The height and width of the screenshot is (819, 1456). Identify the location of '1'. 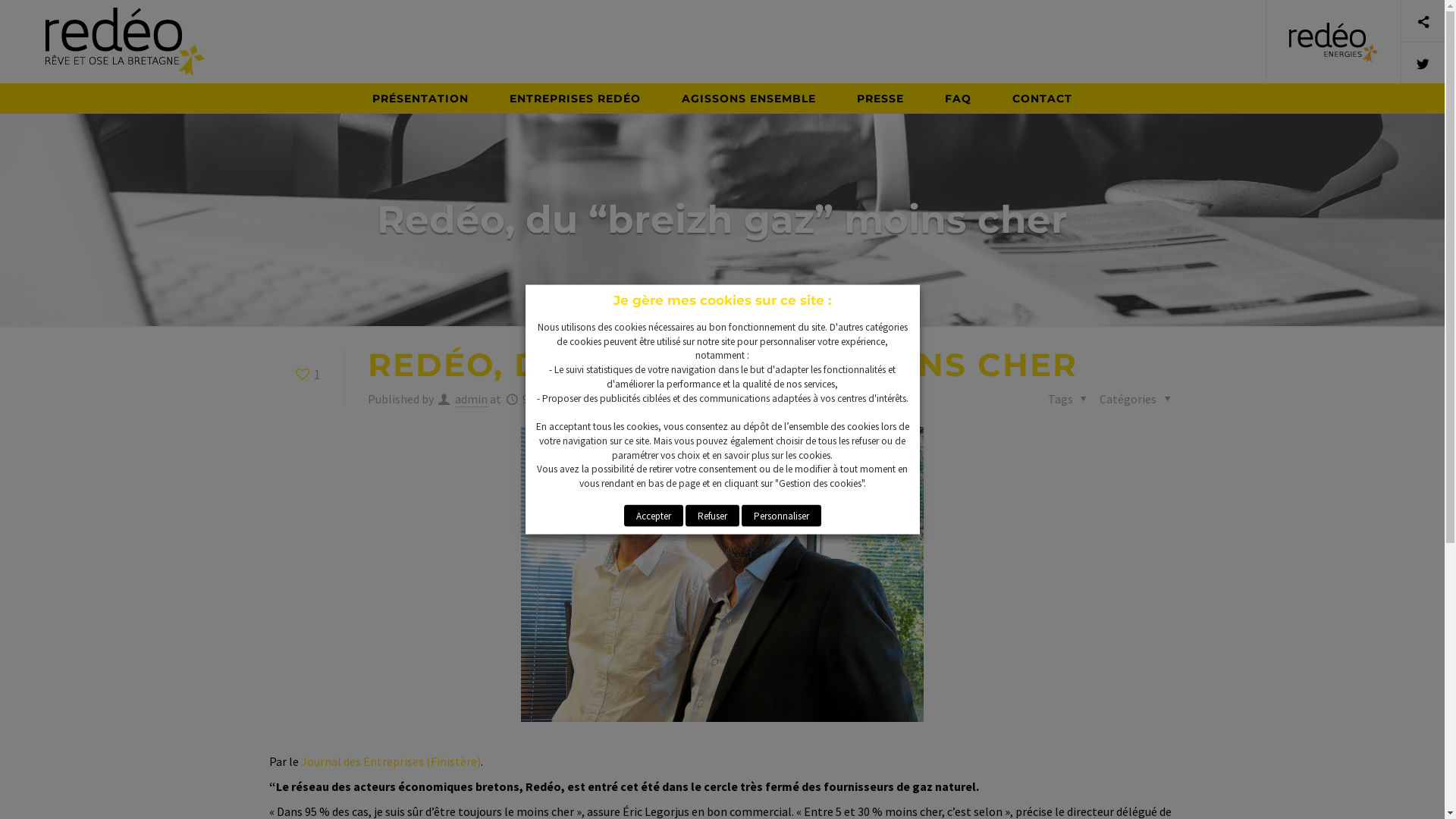
(305, 374).